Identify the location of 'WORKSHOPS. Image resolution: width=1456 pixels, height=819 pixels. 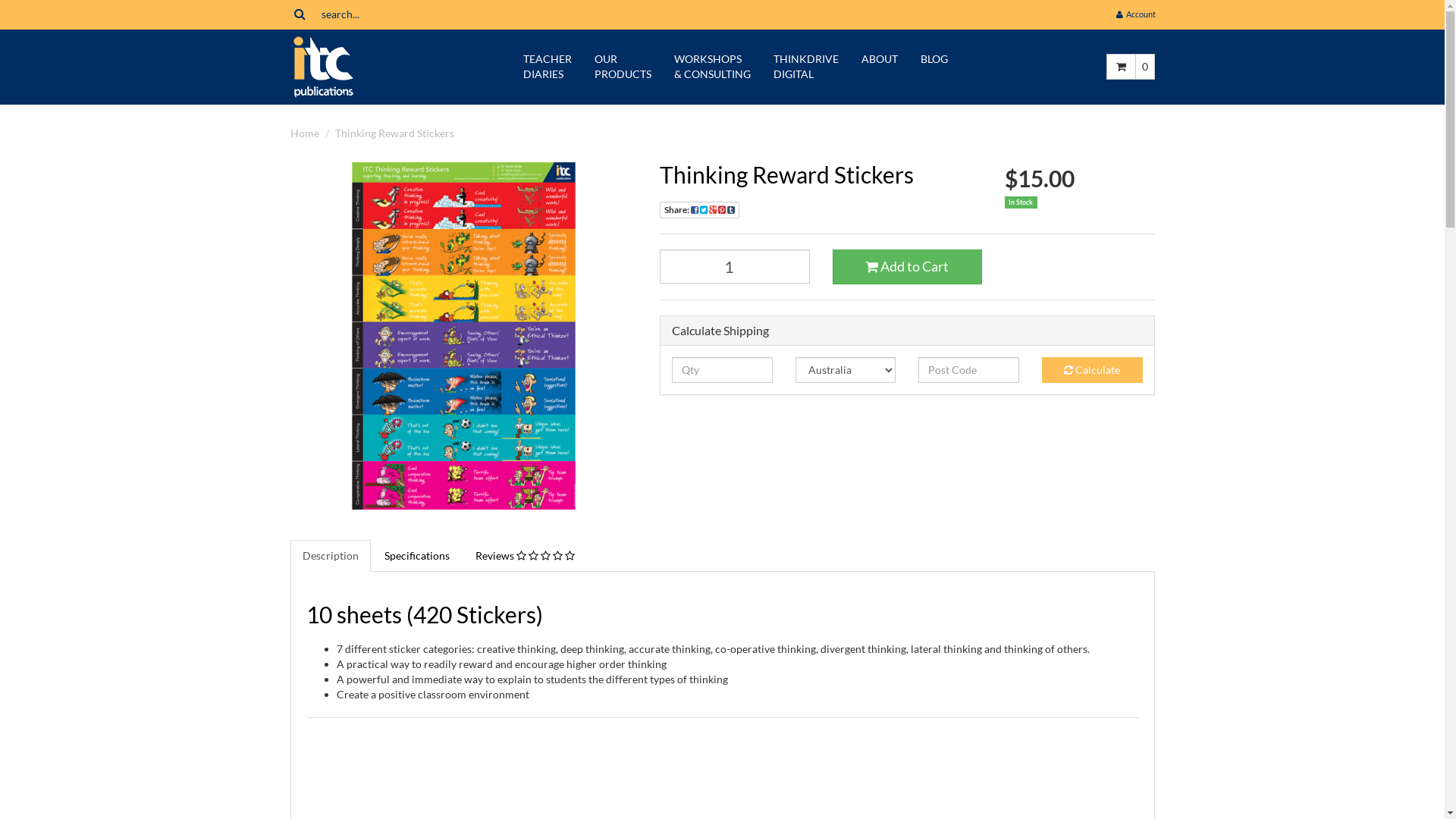
(662, 66).